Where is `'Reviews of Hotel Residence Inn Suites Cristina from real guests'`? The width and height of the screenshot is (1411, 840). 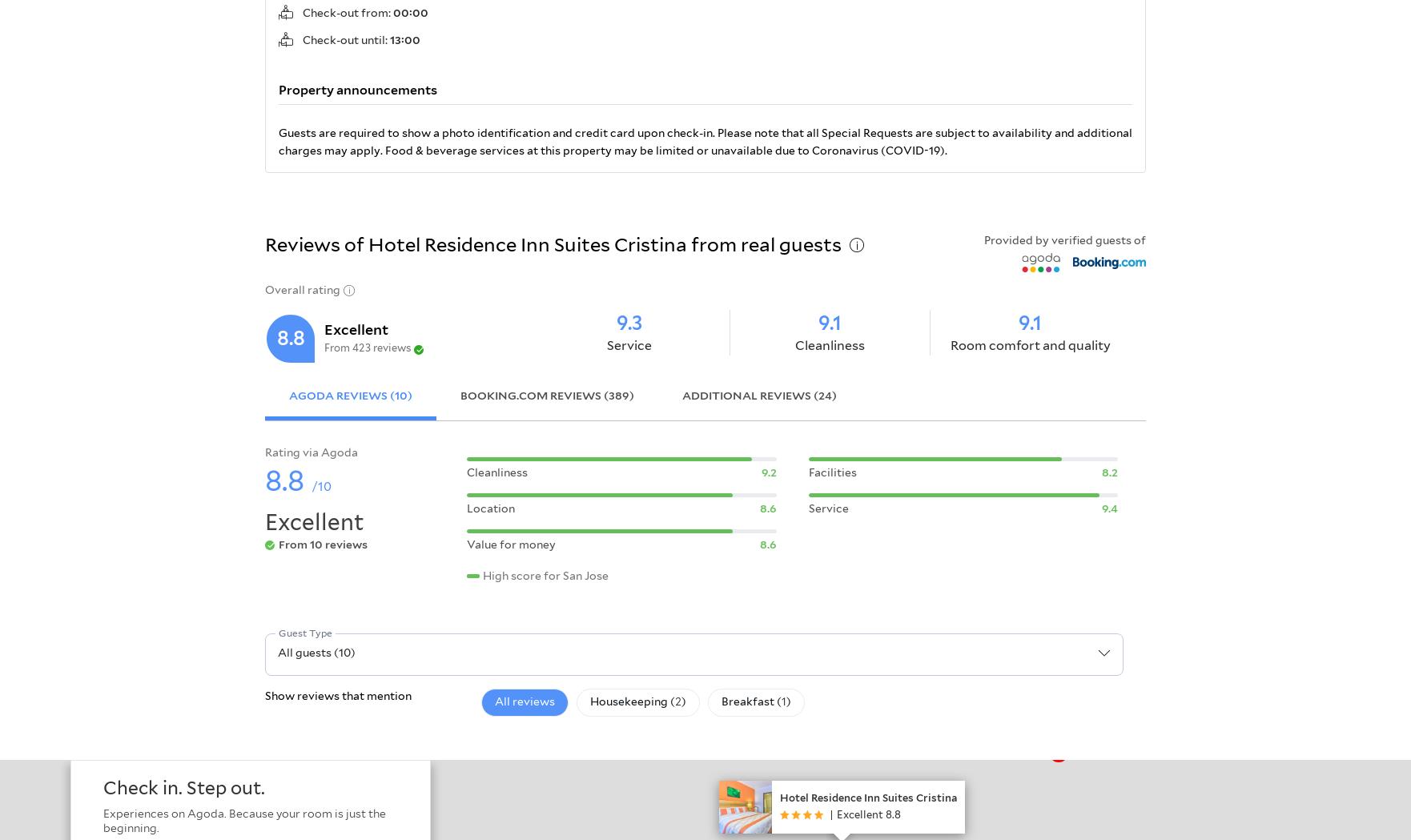
'Reviews of Hotel Residence Inn Suites Cristina from real guests' is located at coordinates (553, 243).